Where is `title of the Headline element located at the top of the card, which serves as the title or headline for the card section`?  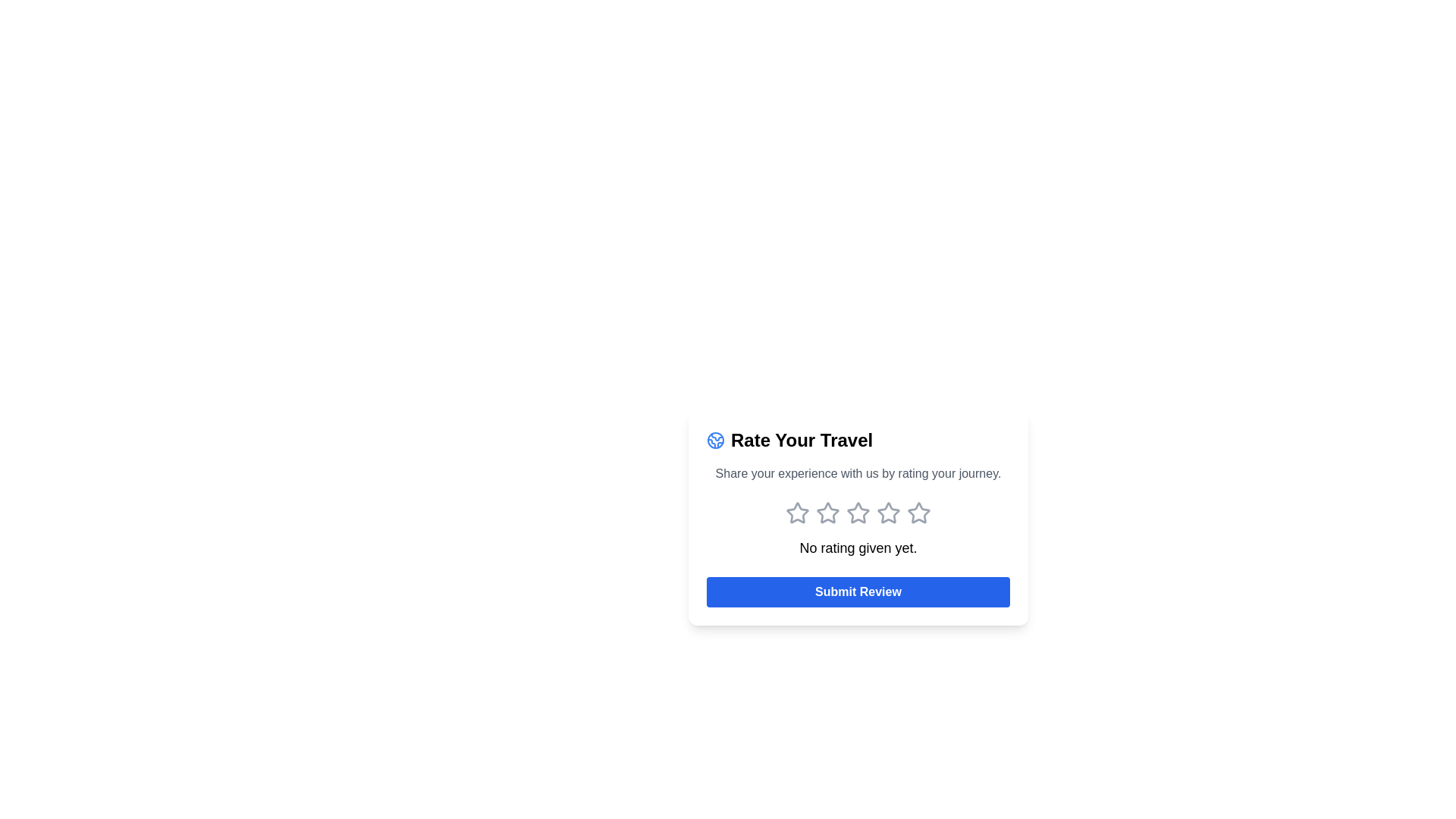 title of the Headline element located at the top of the card, which serves as the title or headline for the card section is located at coordinates (858, 441).